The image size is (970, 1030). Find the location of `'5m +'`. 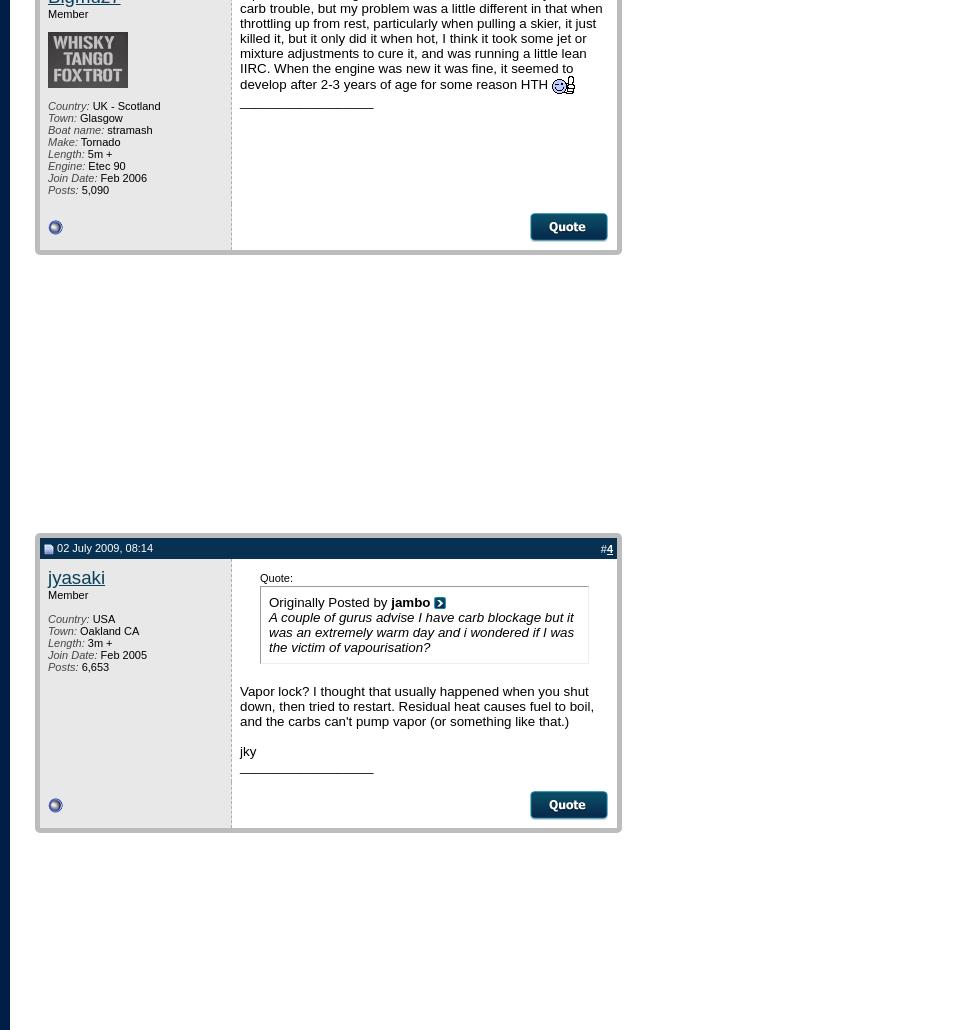

'5m +' is located at coordinates (97, 152).